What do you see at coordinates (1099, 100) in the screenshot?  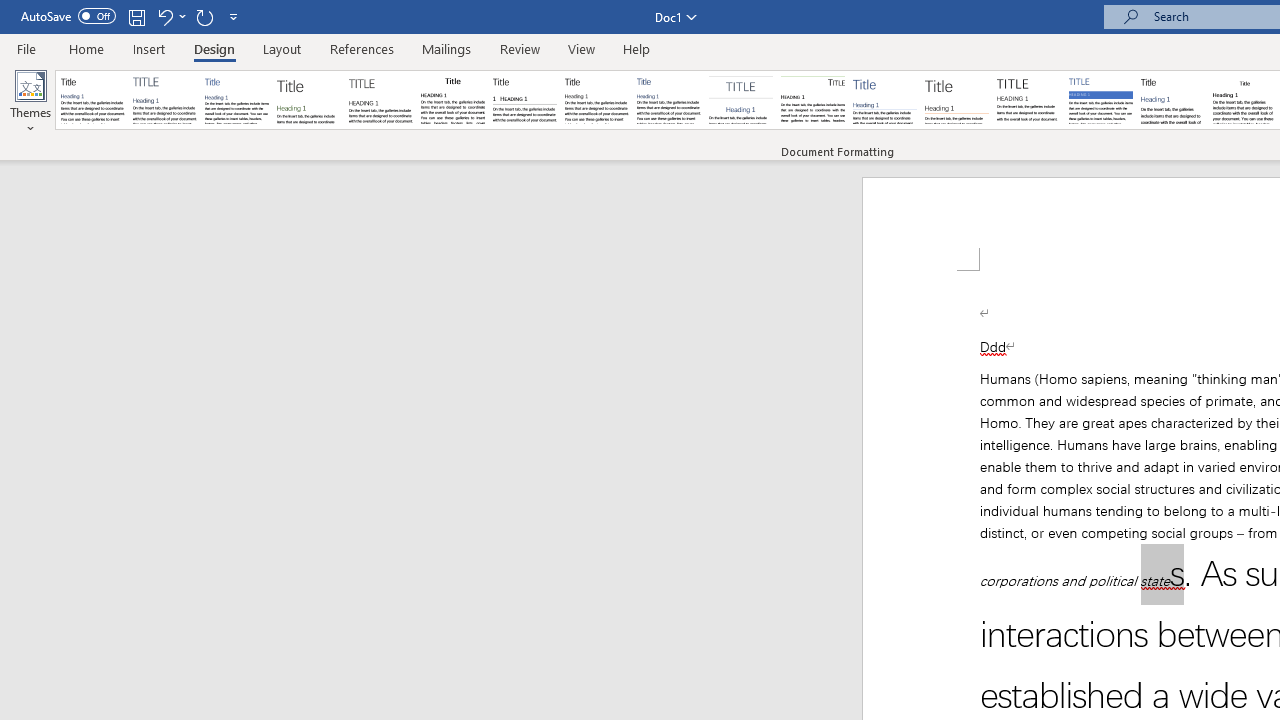 I see `'Shaded'` at bounding box center [1099, 100].